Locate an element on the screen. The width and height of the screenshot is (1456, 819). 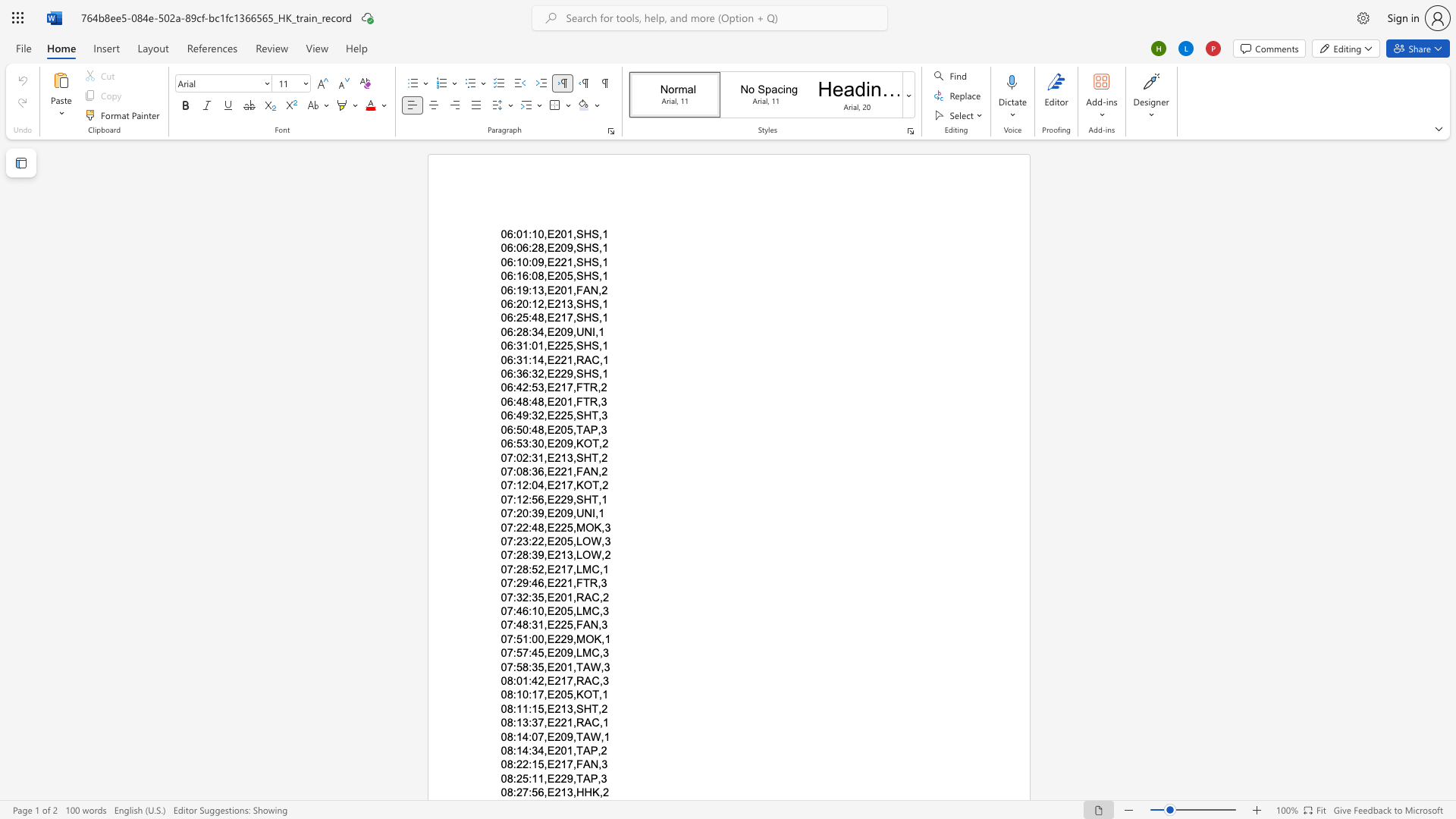
the subset text "01,F" within the text "06:48:48,E201,FTR,3" is located at coordinates (560, 400).